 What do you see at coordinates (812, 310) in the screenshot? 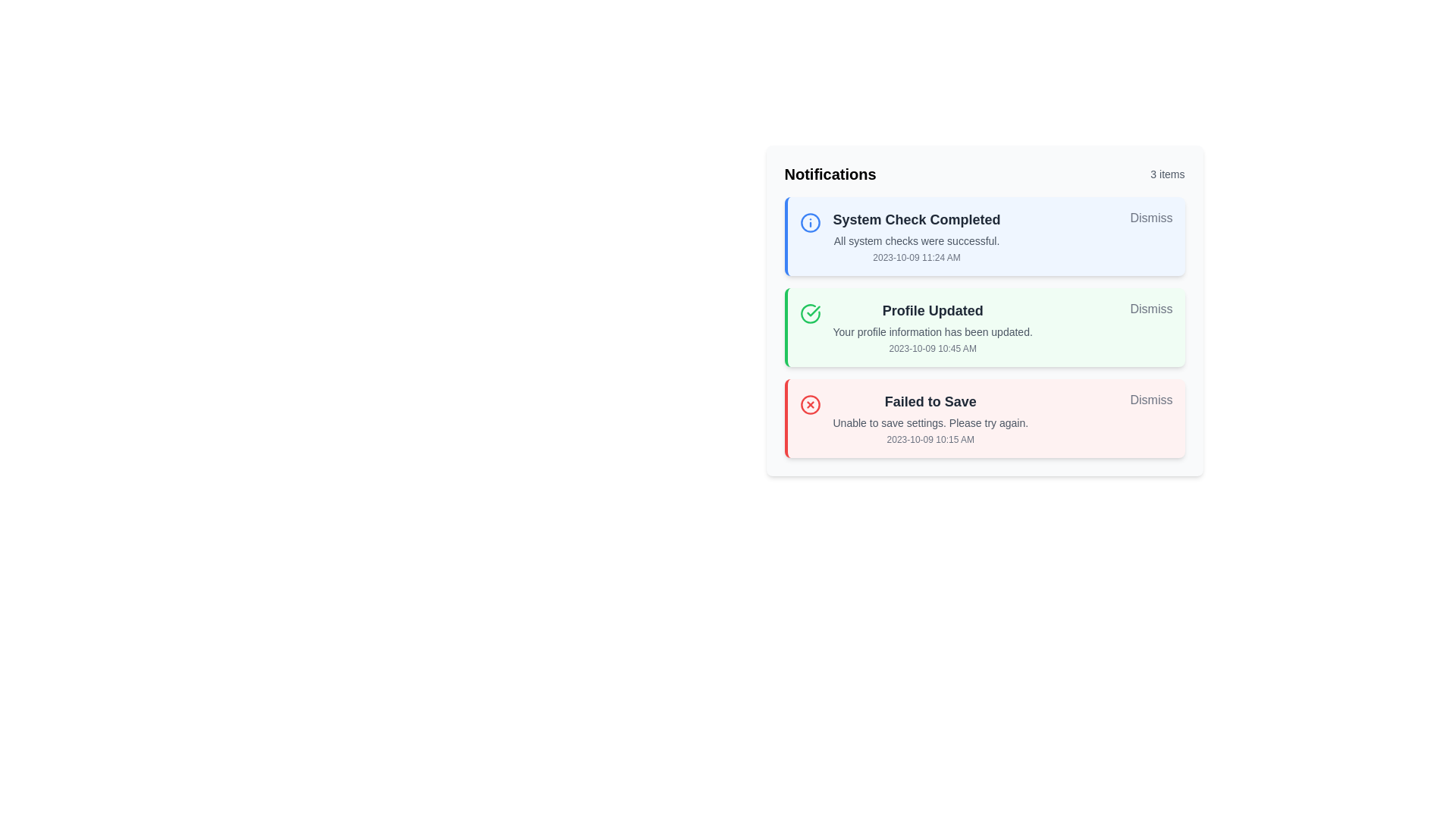
I see `the small check mark icon within the green-styled 'Profile Updated' notification panel, located to the left of the text content` at bounding box center [812, 310].